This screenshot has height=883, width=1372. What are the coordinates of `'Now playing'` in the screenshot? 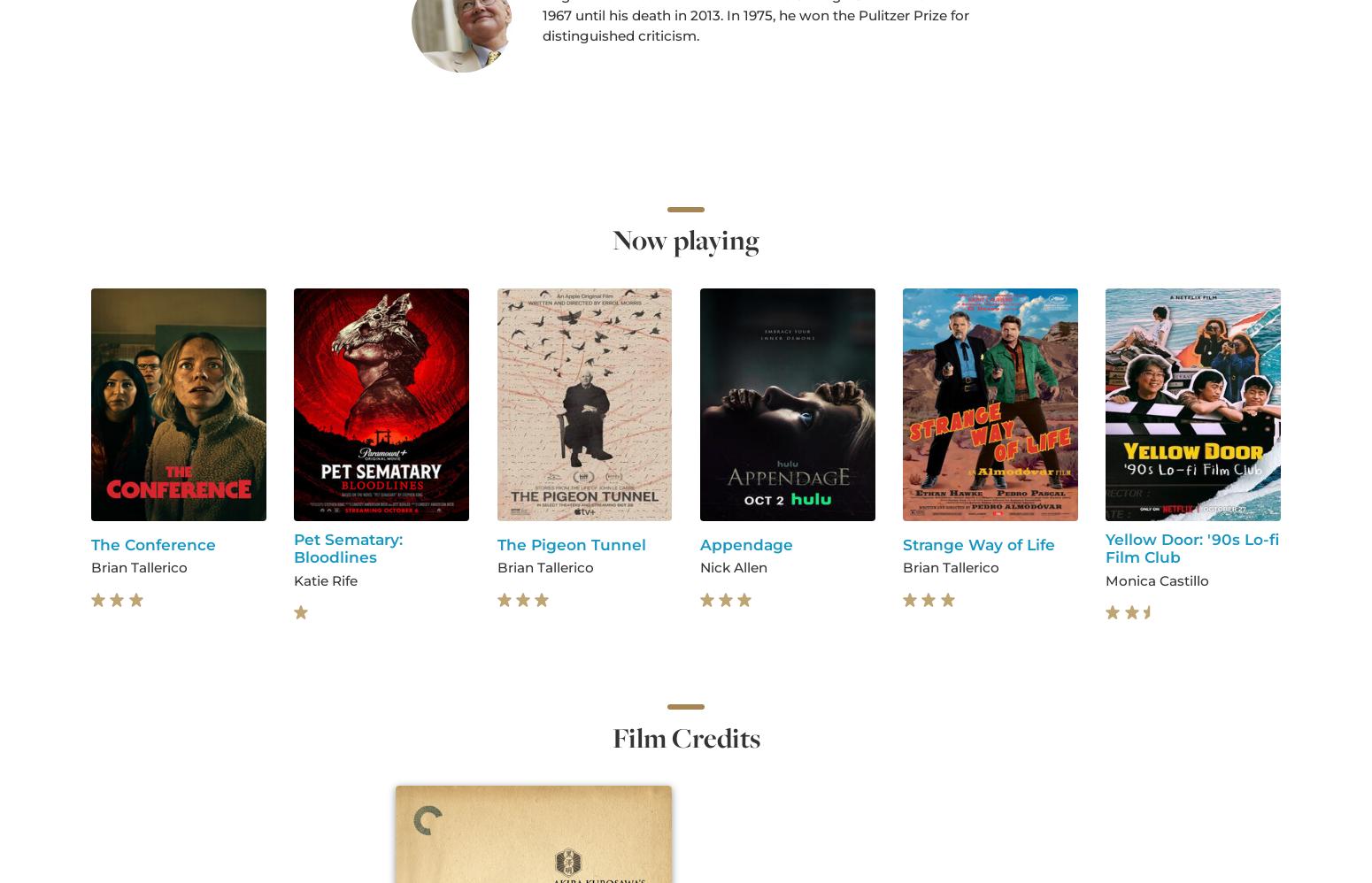 It's located at (686, 239).